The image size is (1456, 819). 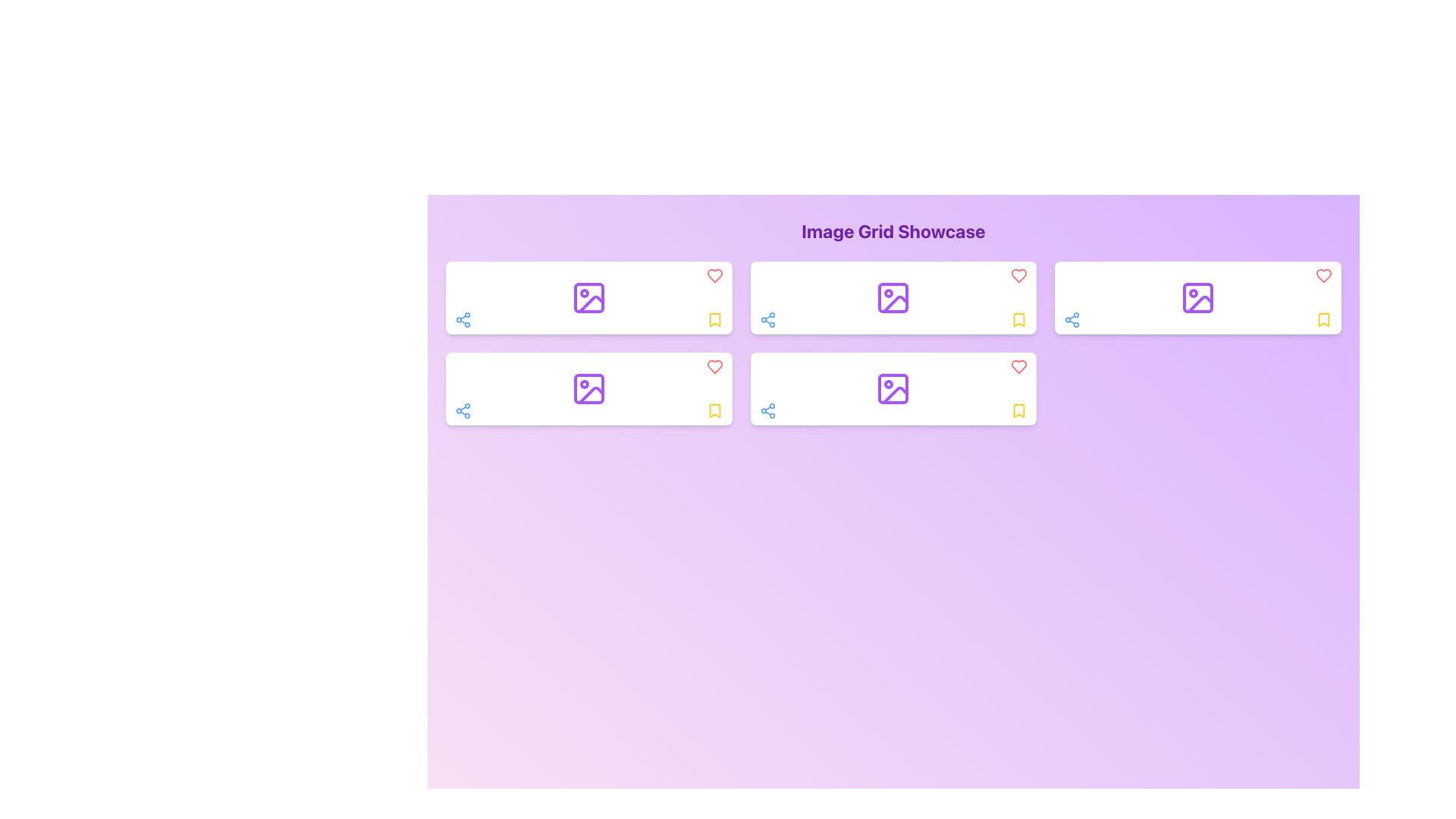 What do you see at coordinates (893, 298) in the screenshot?
I see `the purple rectangular block within the purple image placeholder icon, which is the second icon from the left in the top row of the grid layout` at bounding box center [893, 298].